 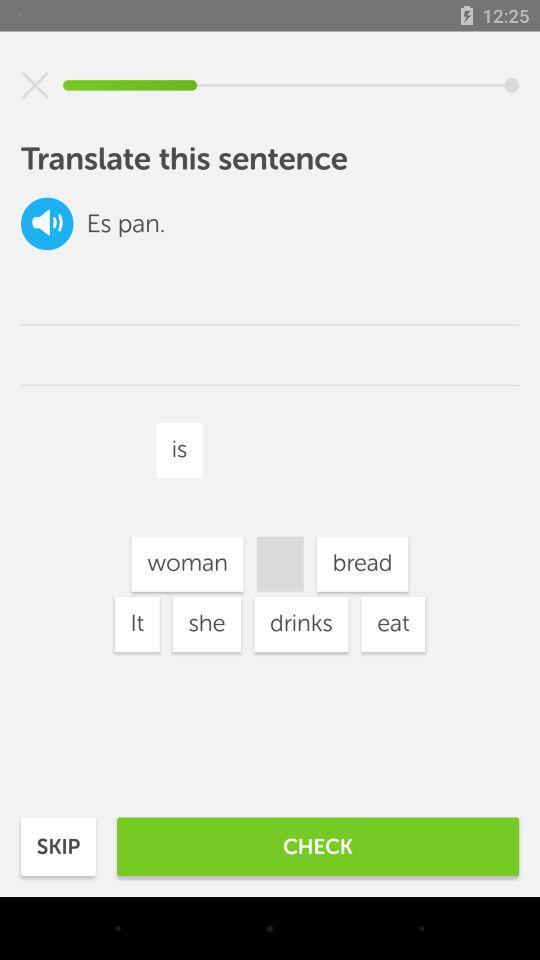 I want to click on the icon next to the check icon, so click(x=58, y=845).